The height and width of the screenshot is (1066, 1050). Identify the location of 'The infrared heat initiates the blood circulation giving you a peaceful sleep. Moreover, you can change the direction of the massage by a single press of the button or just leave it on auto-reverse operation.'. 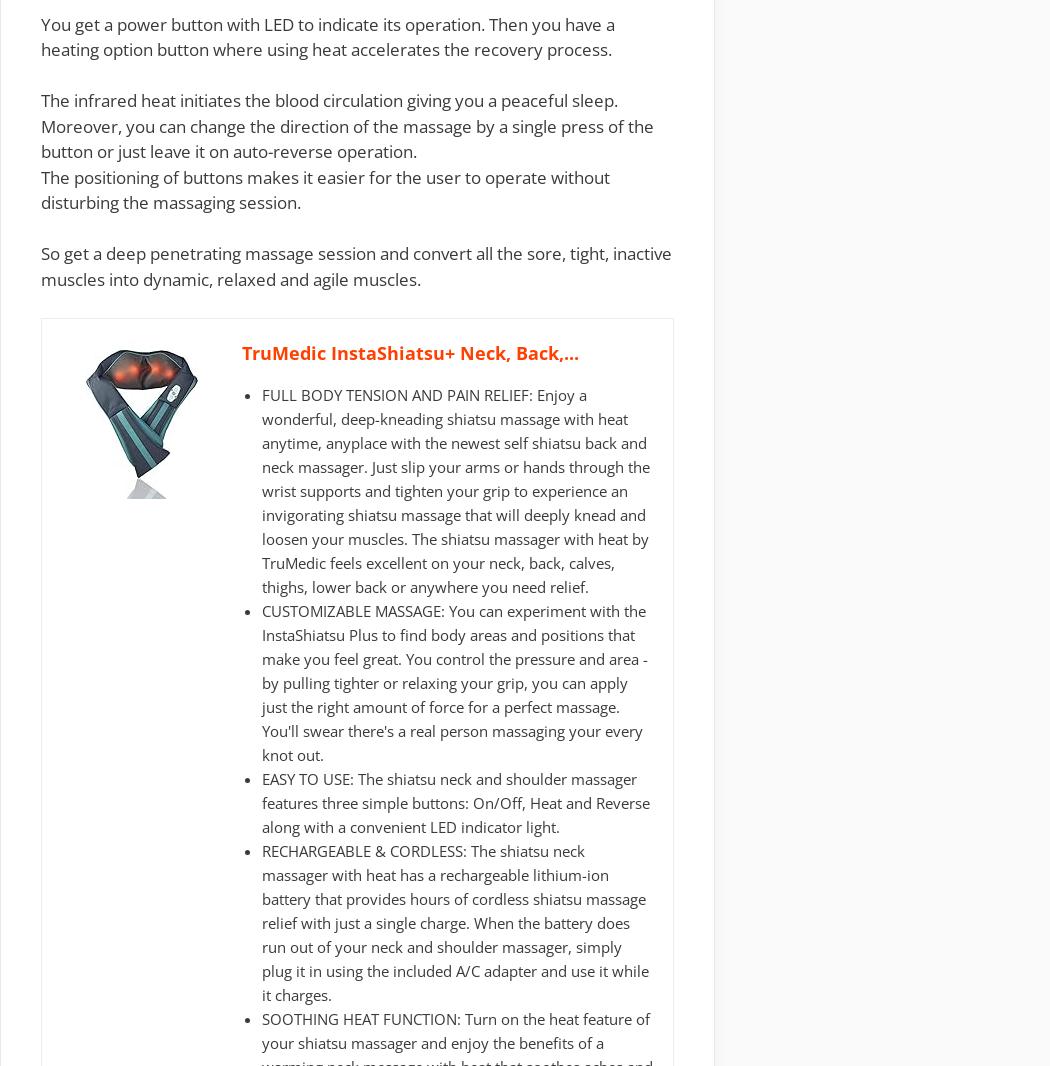
(346, 125).